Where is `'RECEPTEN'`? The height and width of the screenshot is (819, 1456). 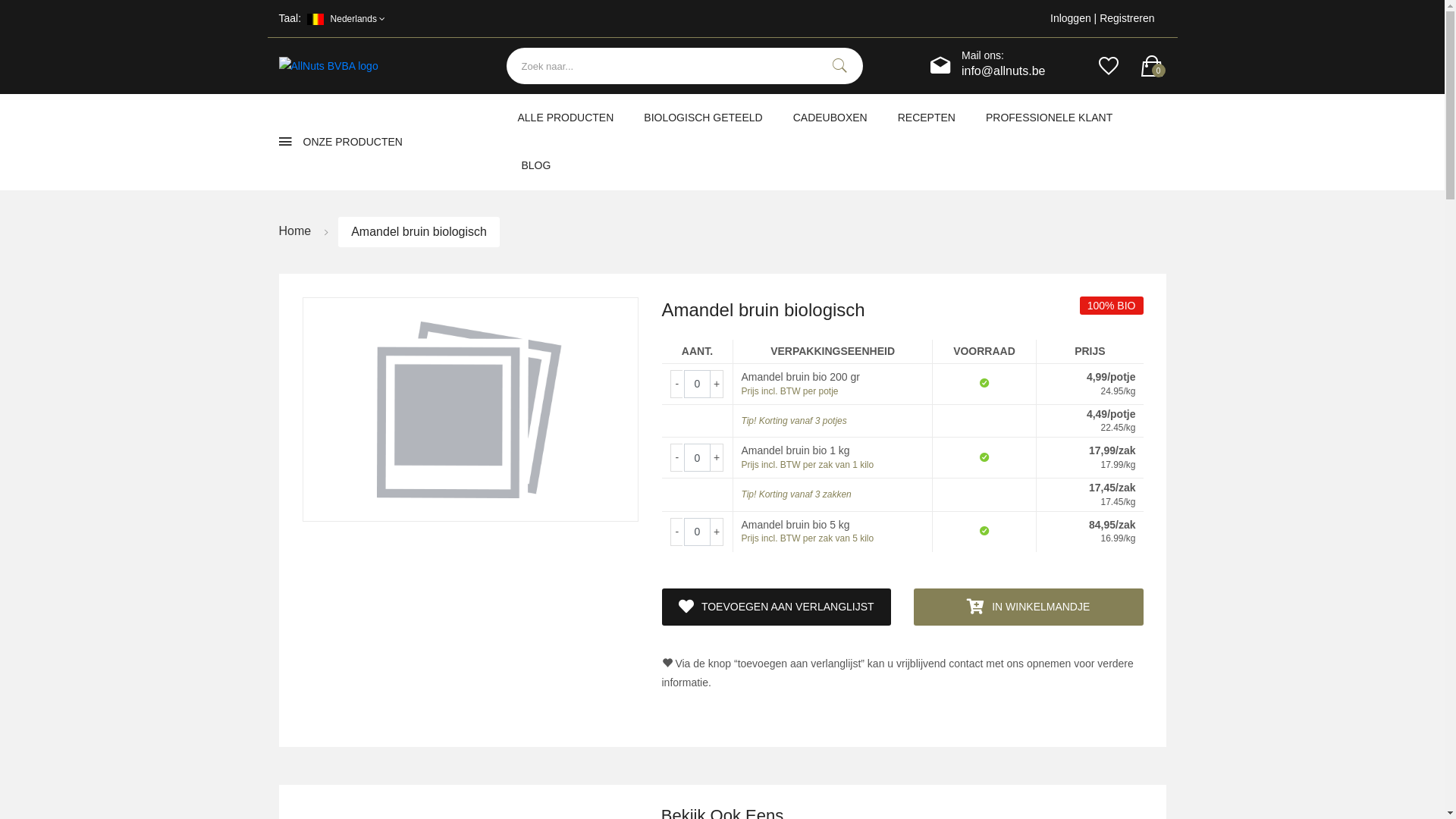
'RECEPTEN' is located at coordinates (926, 117).